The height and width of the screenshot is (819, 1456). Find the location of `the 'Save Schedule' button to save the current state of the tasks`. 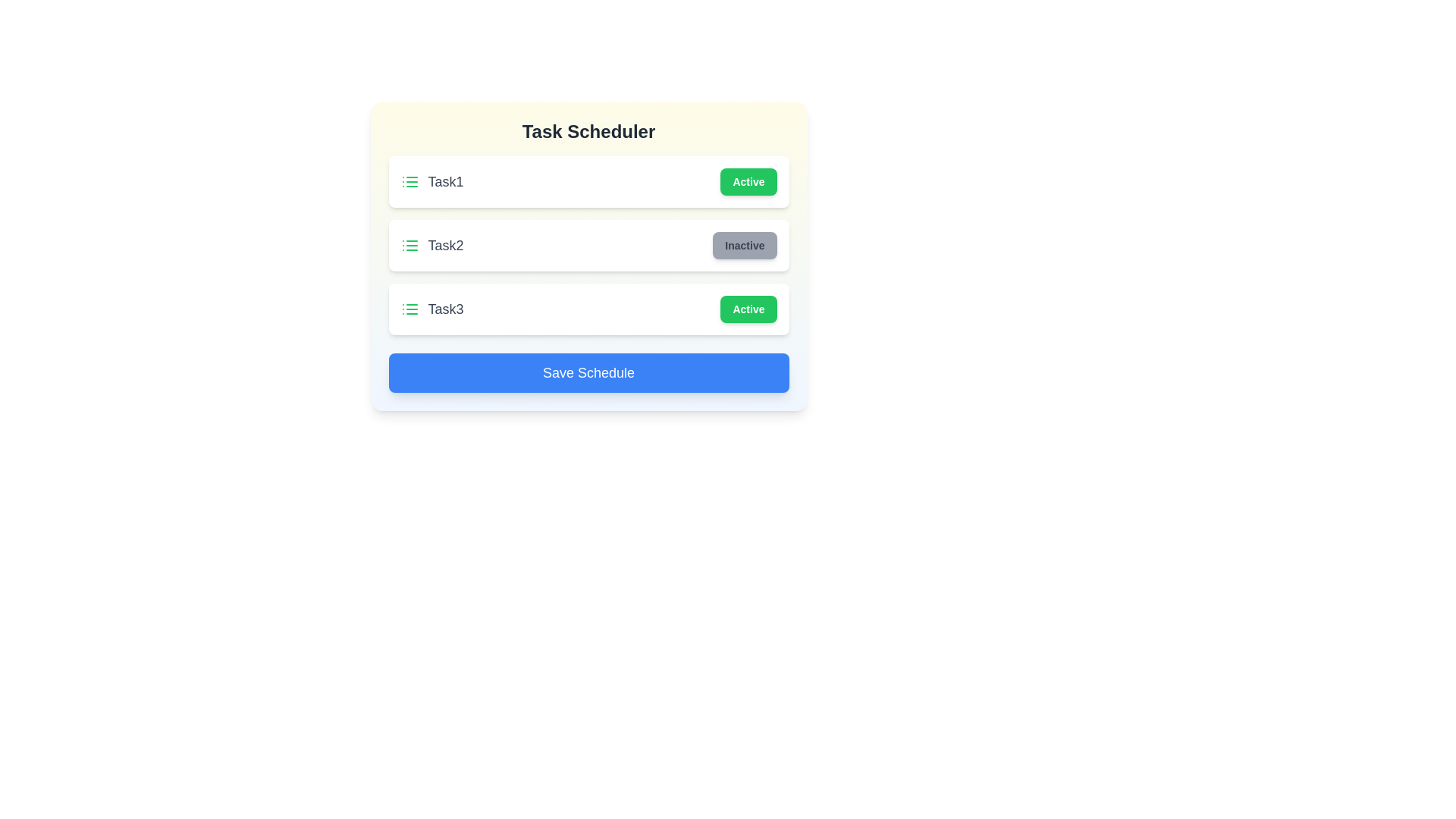

the 'Save Schedule' button to save the current state of the tasks is located at coordinates (588, 373).